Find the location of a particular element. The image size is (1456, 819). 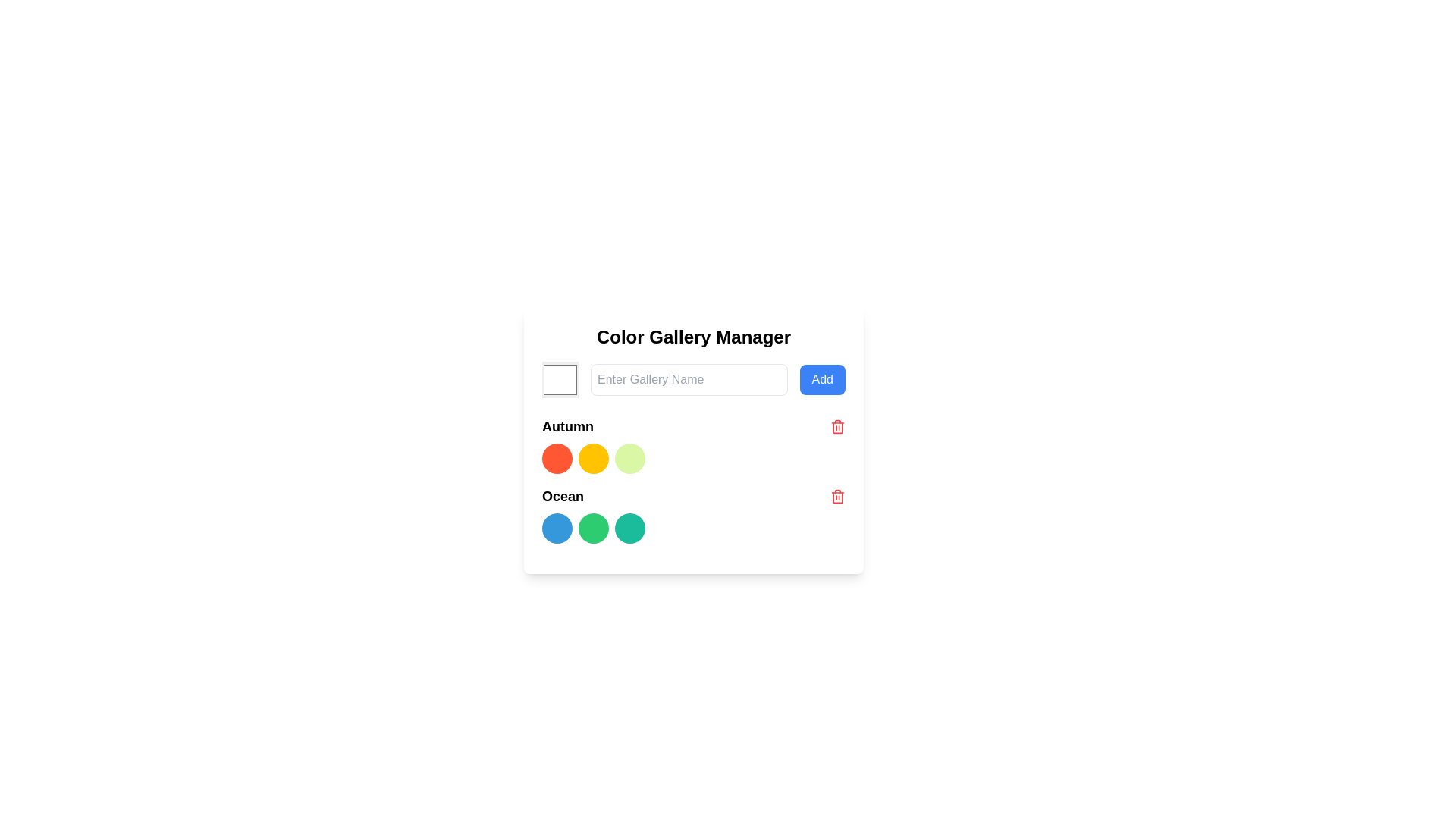

the first circular blue button located in the Ocean section of the interface is located at coordinates (556, 528).